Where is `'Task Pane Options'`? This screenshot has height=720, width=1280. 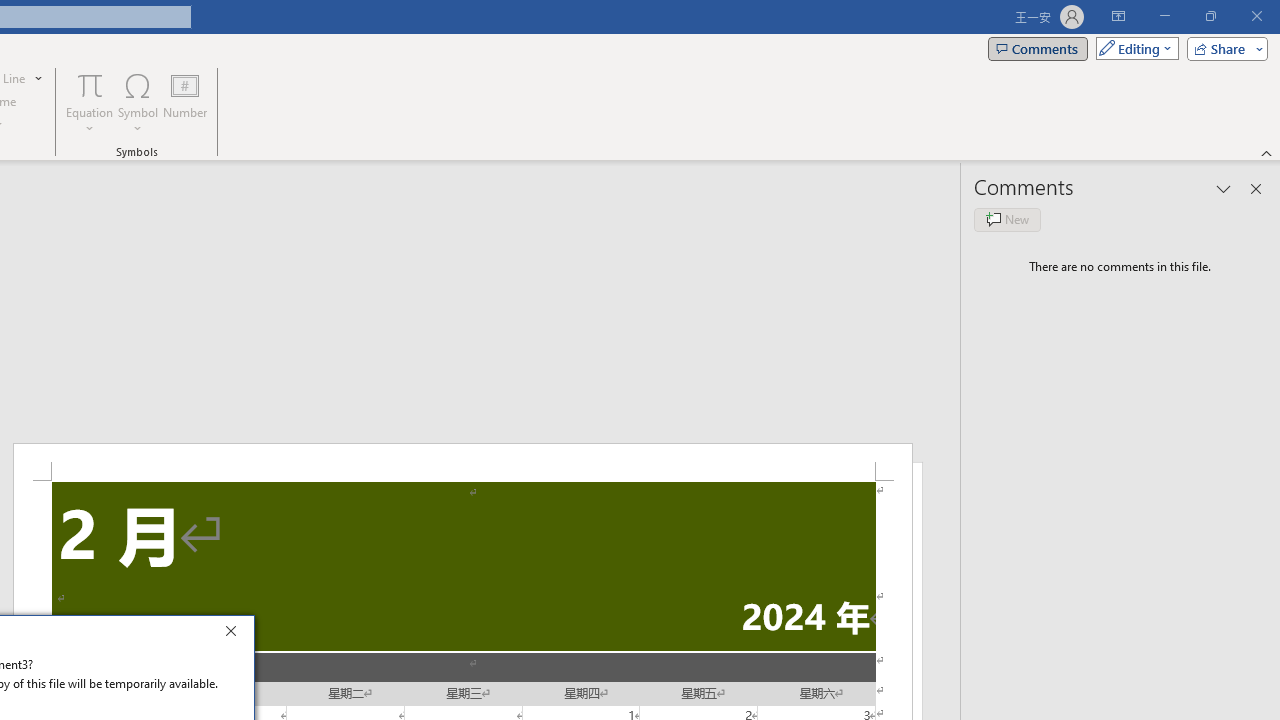 'Task Pane Options' is located at coordinates (1223, 189).